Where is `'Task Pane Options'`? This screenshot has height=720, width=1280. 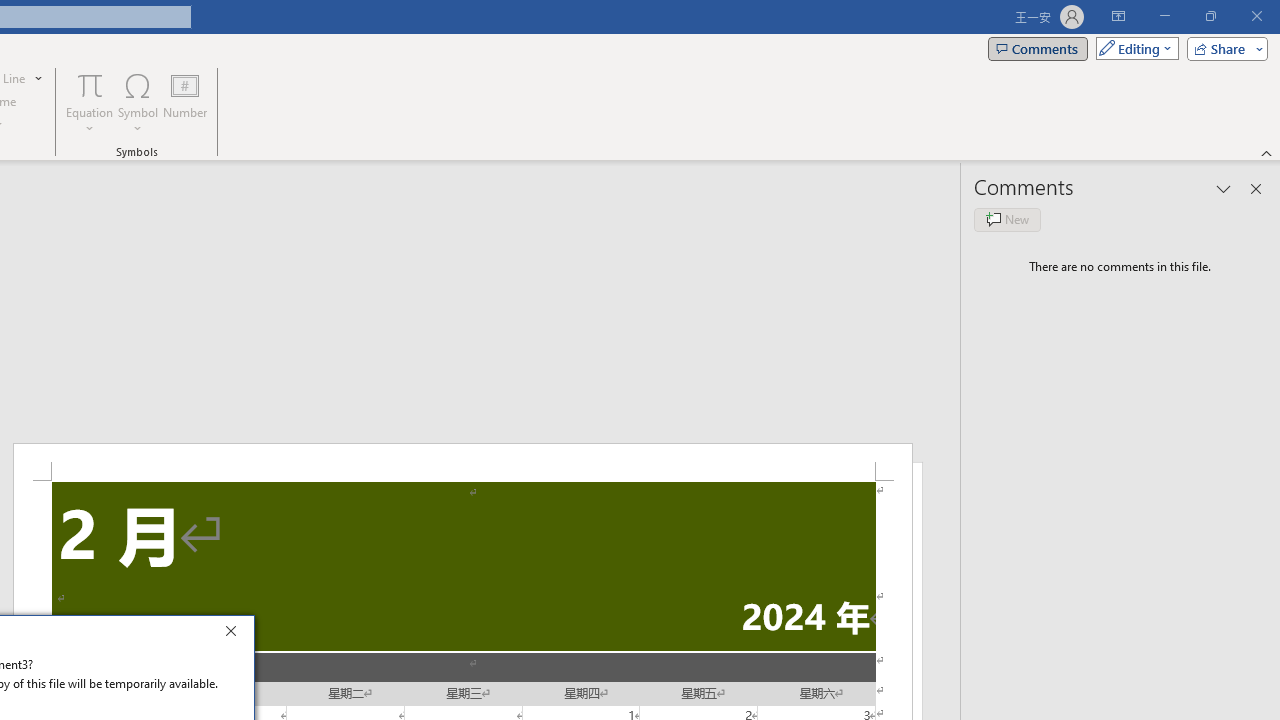 'Task Pane Options' is located at coordinates (1223, 189).